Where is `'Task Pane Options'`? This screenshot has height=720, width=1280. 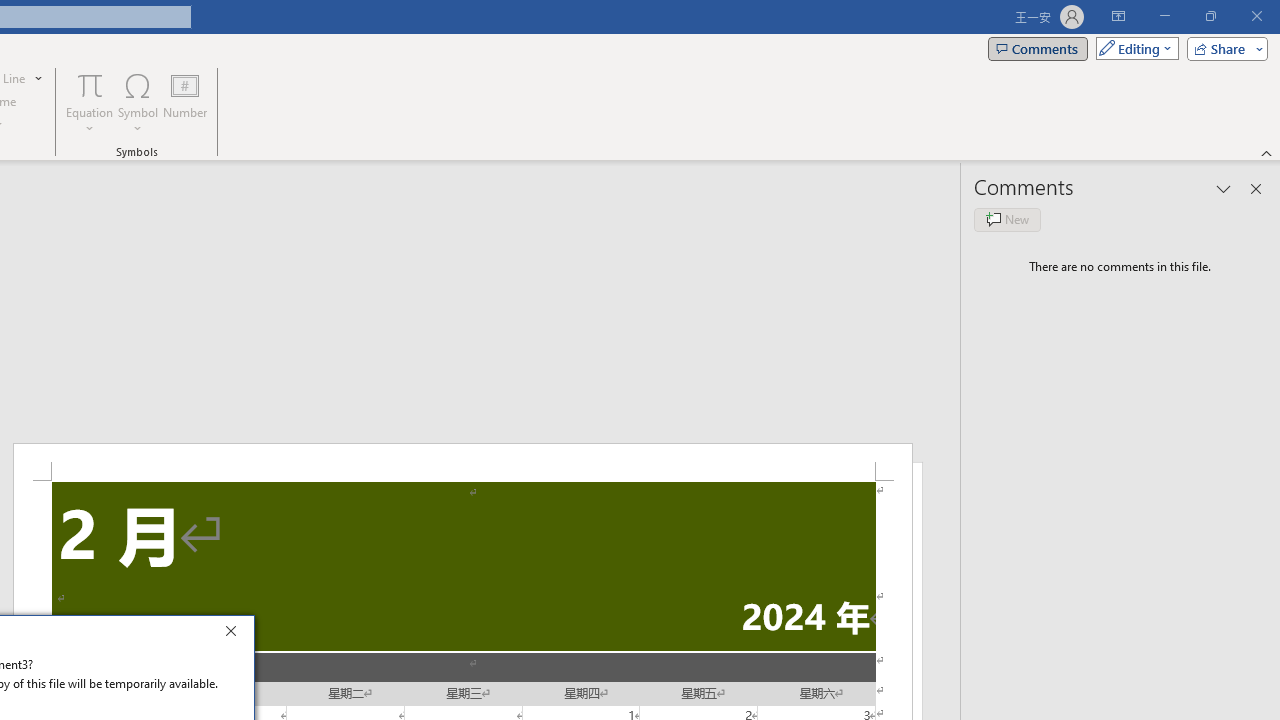 'Task Pane Options' is located at coordinates (1223, 189).